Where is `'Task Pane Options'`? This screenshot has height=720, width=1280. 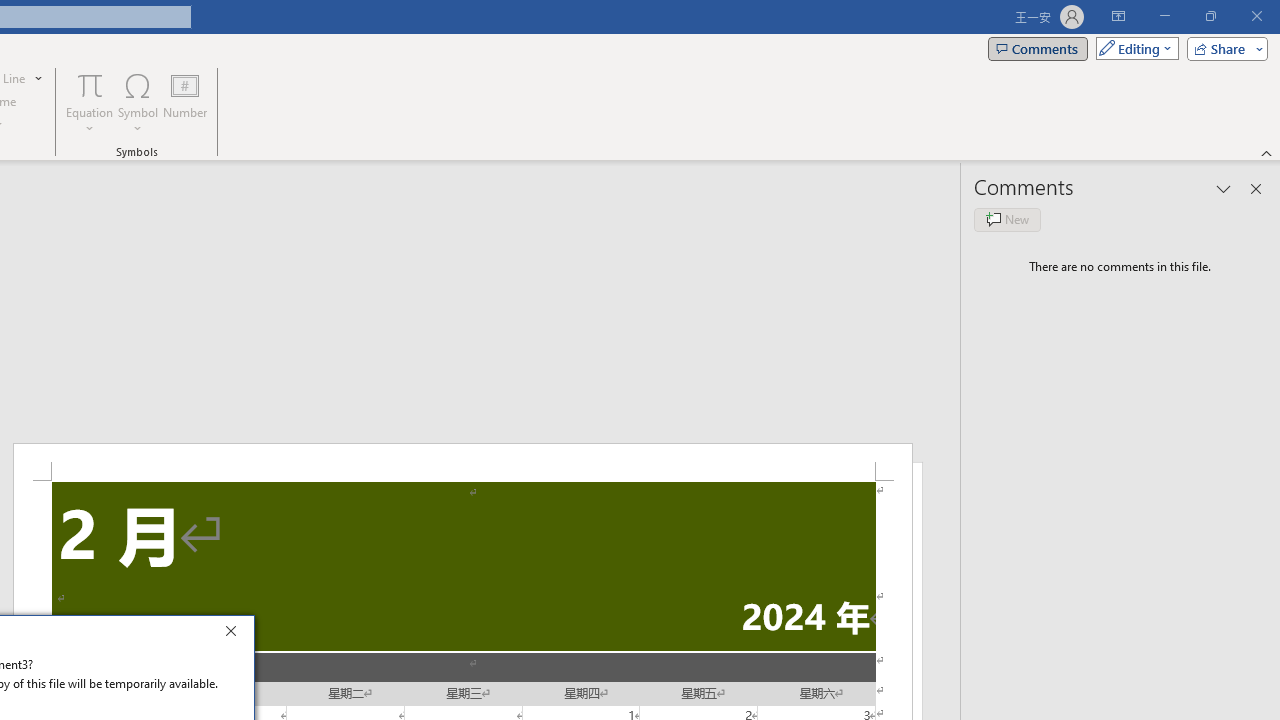 'Task Pane Options' is located at coordinates (1223, 189).